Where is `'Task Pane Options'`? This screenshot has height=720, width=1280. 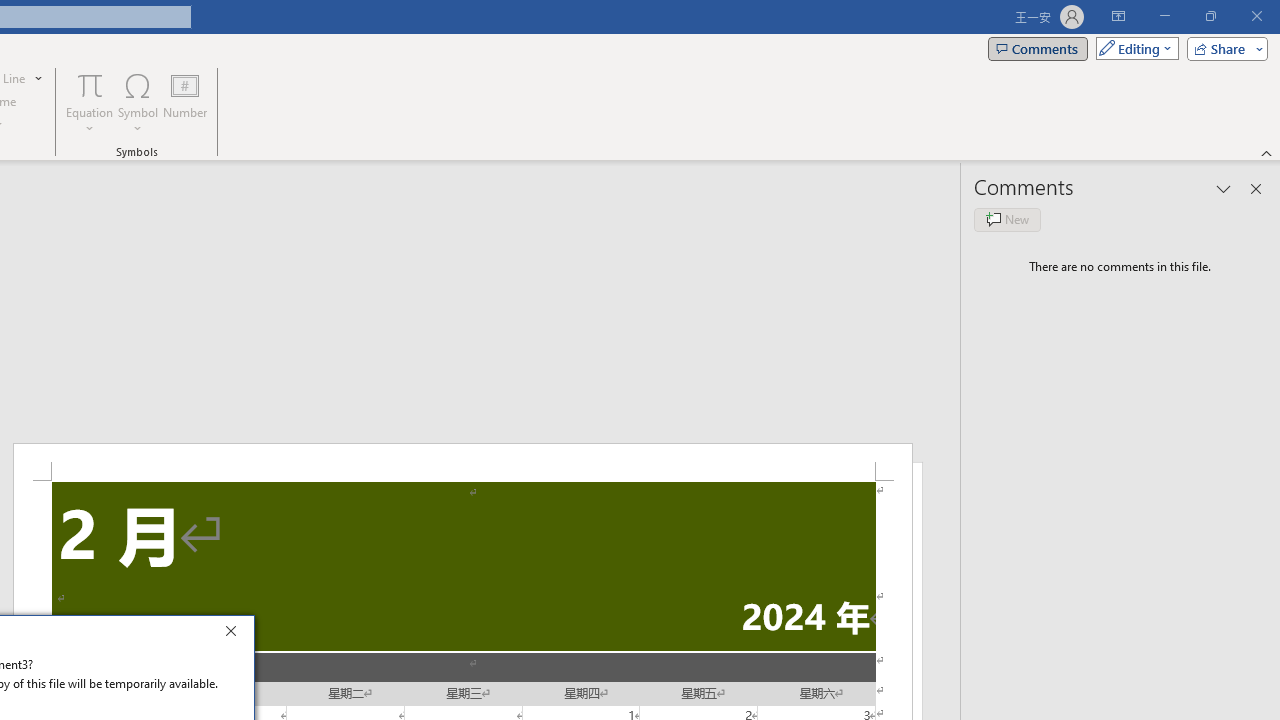 'Task Pane Options' is located at coordinates (1223, 189).